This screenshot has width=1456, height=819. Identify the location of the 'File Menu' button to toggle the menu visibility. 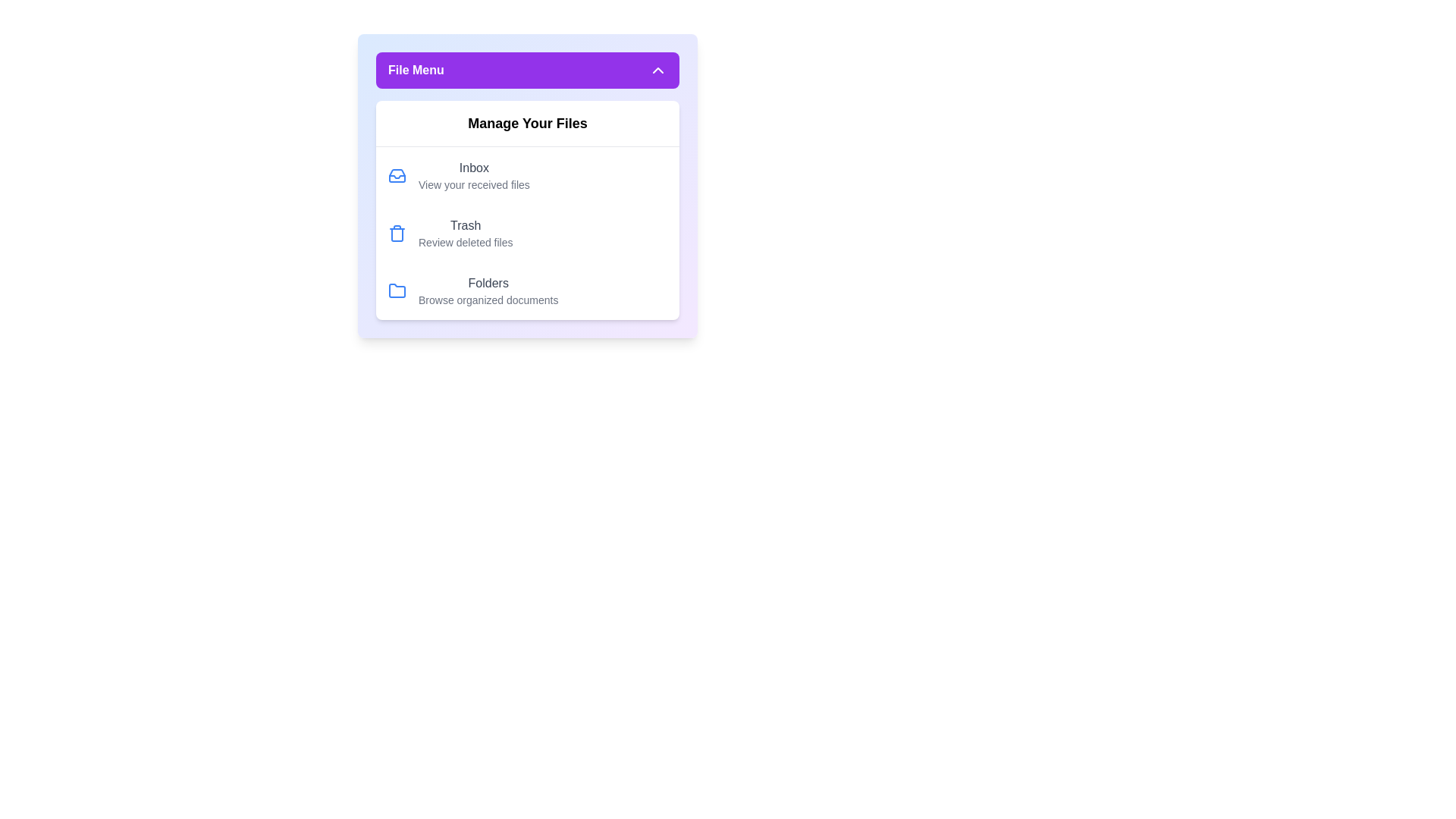
(528, 70).